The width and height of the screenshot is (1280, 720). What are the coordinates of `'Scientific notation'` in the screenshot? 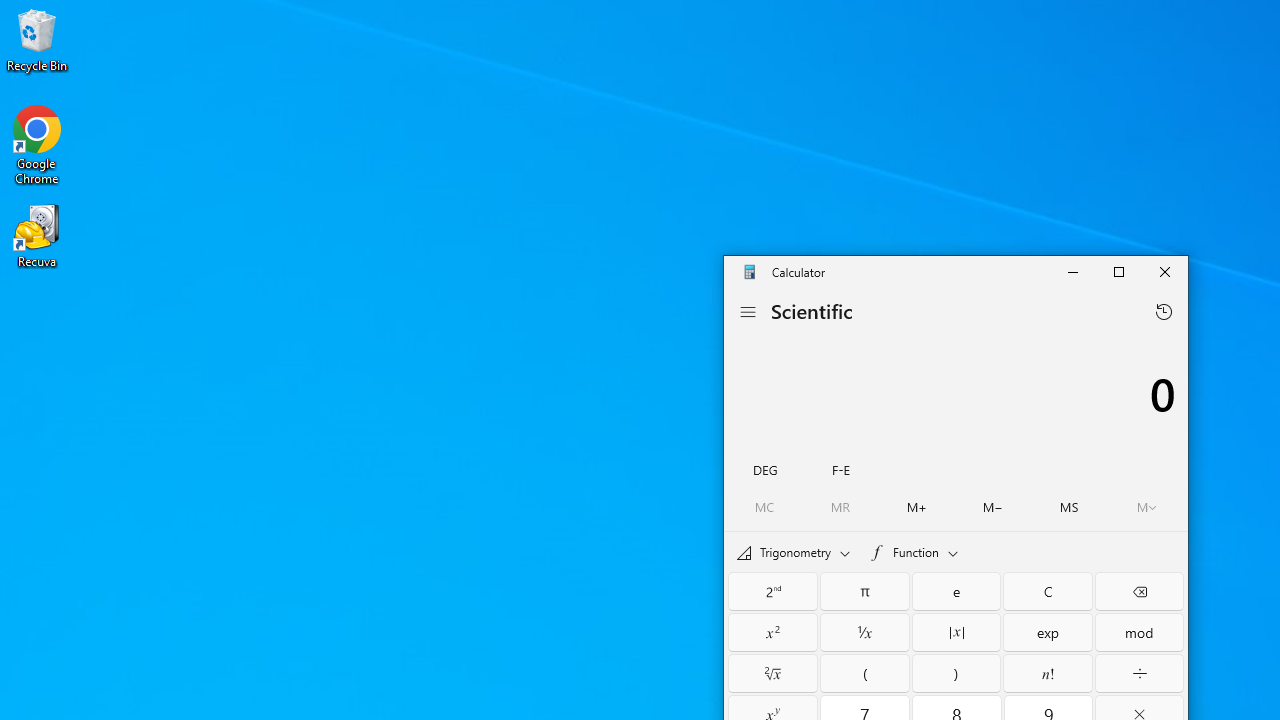 It's located at (840, 468).